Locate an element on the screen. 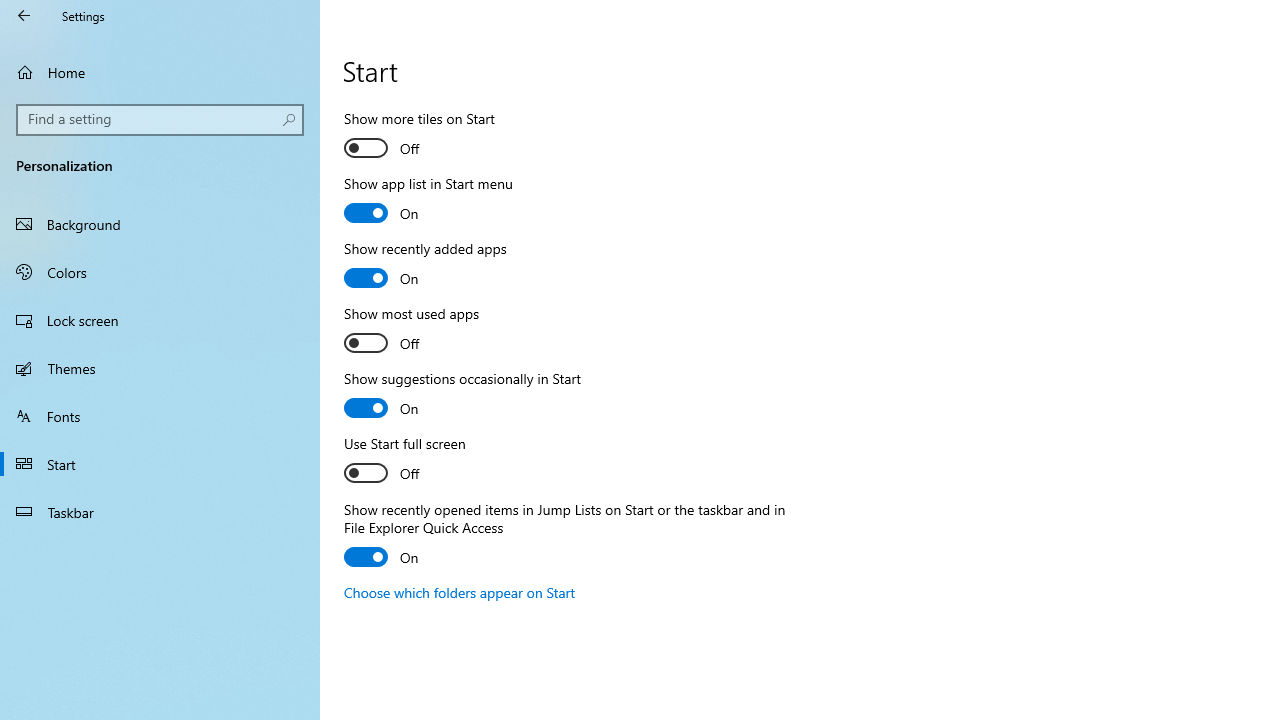 This screenshot has height=720, width=1280. 'Background' is located at coordinates (160, 223).